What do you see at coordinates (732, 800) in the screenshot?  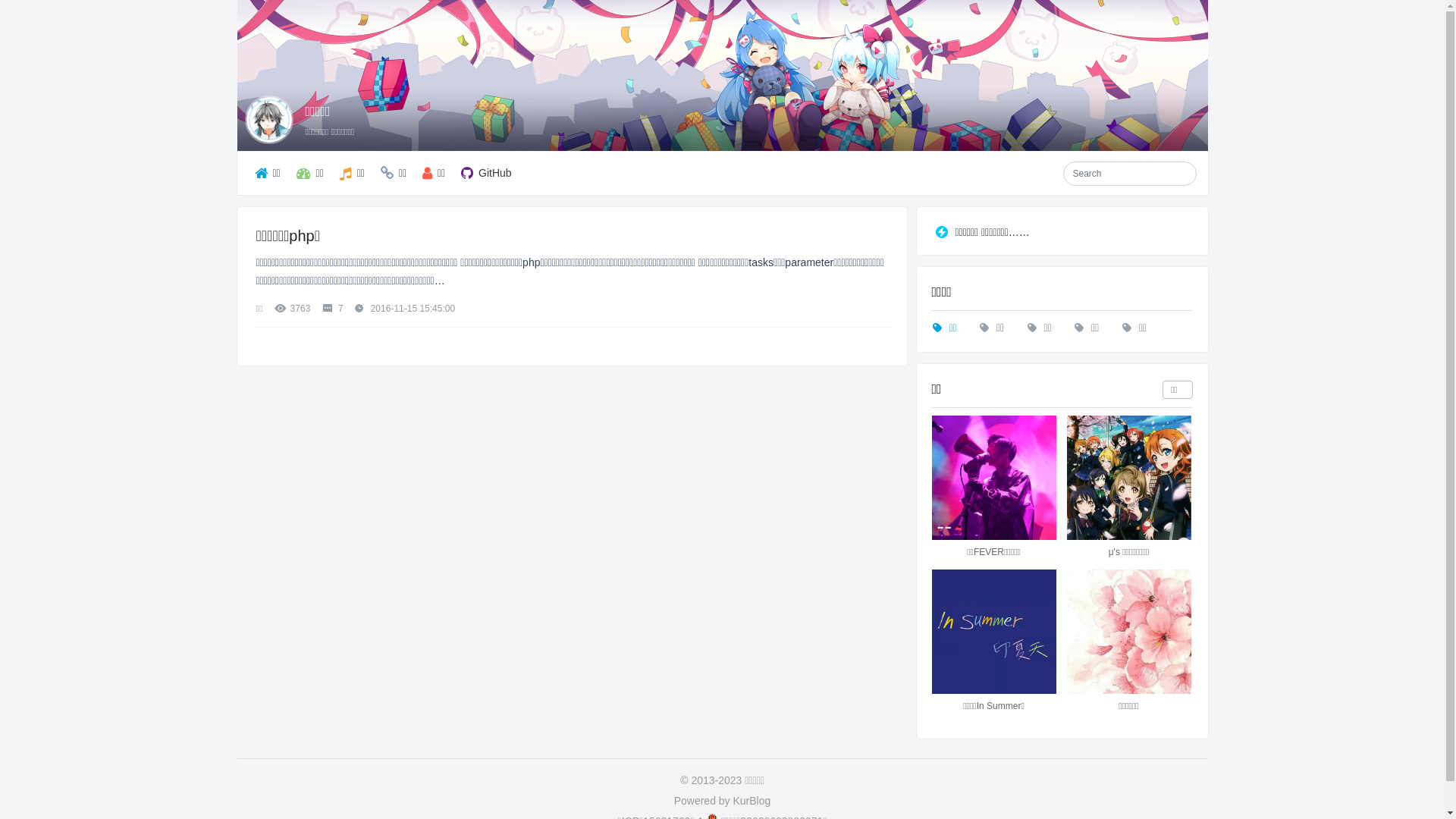 I see `'KurBlog'` at bounding box center [732, 800].